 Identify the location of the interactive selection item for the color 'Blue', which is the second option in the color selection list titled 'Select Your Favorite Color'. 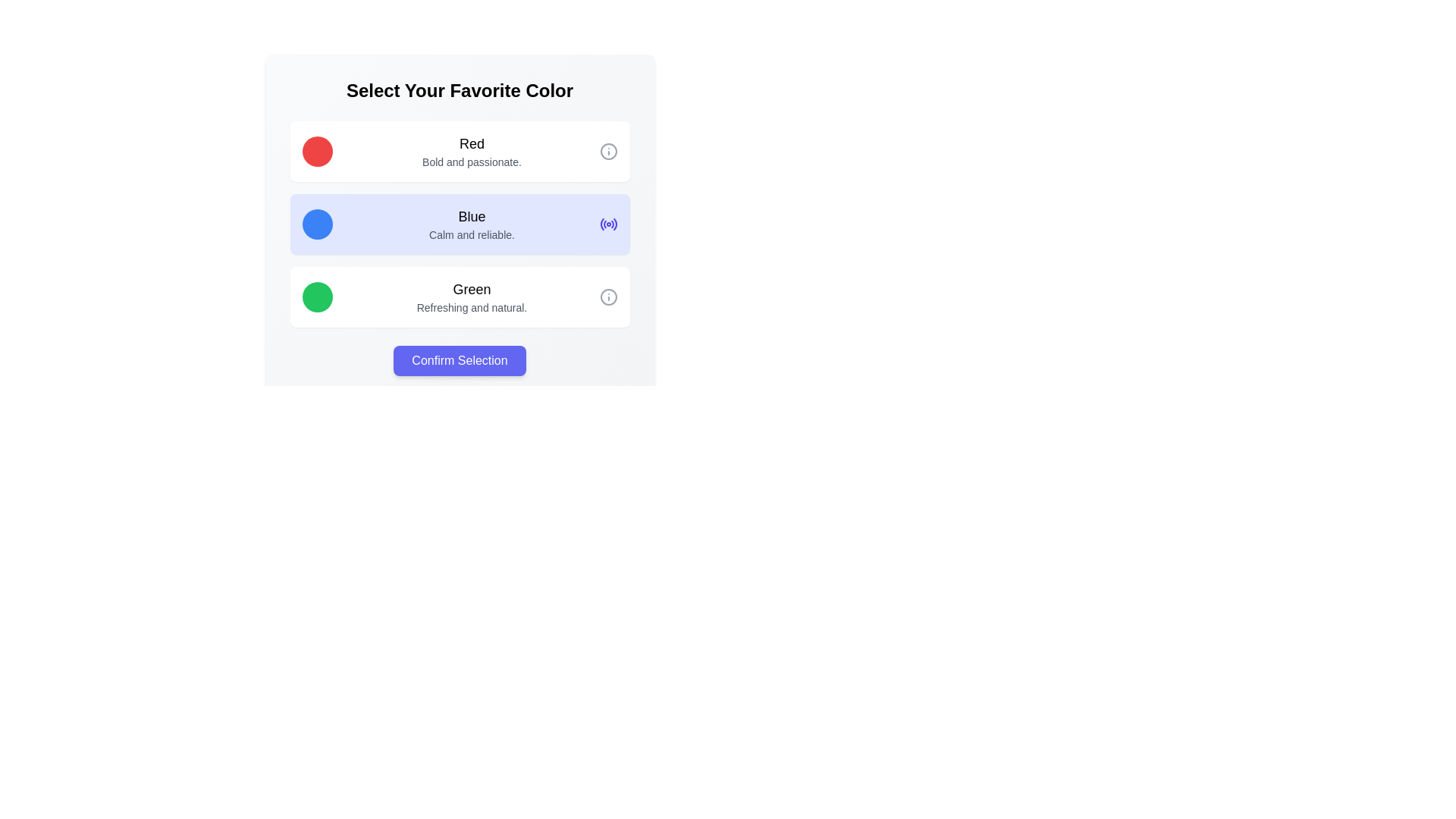
(459, 227).